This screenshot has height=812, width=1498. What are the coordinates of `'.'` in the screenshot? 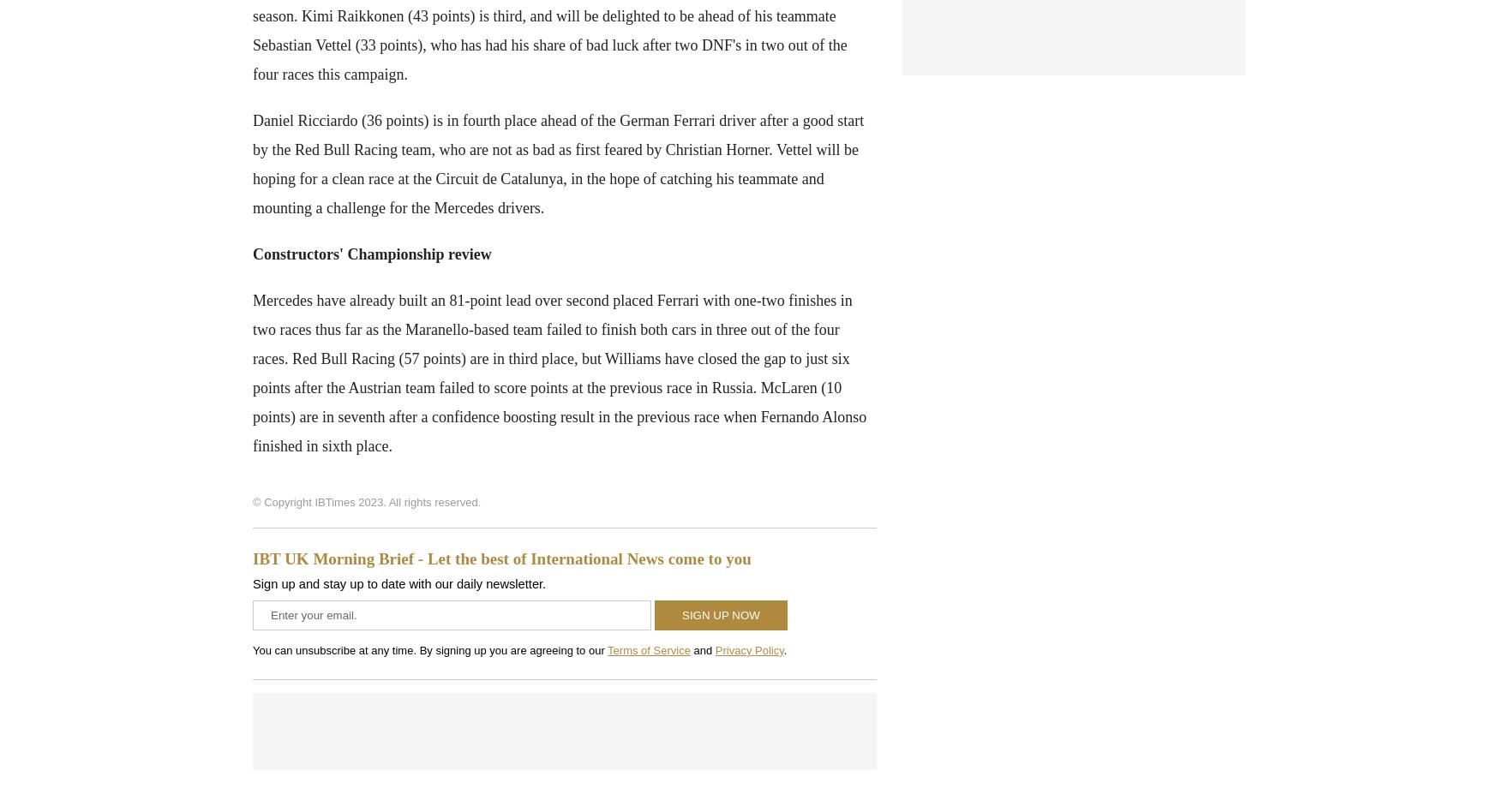 It's located at (783, 649).